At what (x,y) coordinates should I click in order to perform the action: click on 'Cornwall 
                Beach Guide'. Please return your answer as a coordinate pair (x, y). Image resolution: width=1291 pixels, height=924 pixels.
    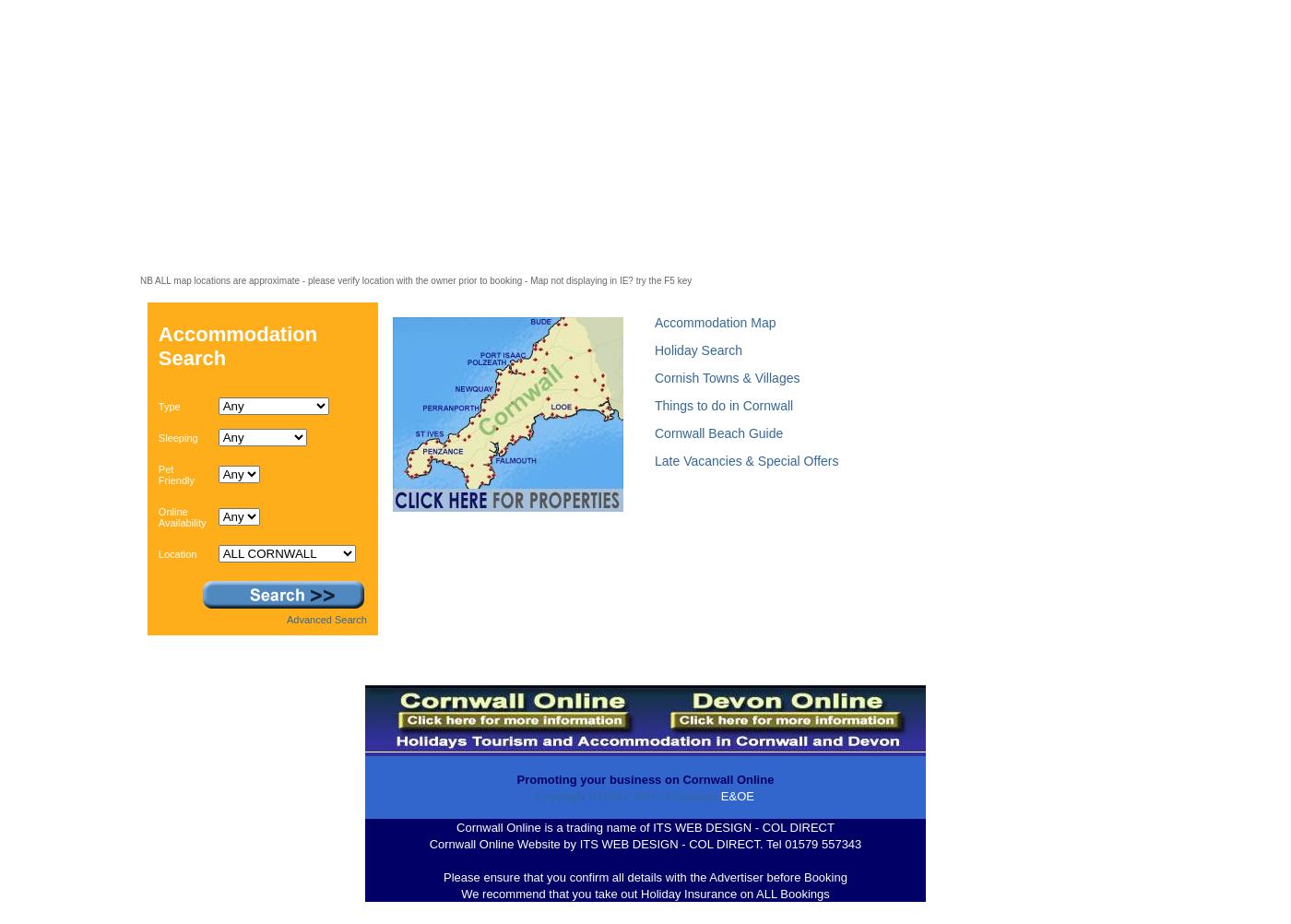
    Looking at the image, I should click on (717, 432).